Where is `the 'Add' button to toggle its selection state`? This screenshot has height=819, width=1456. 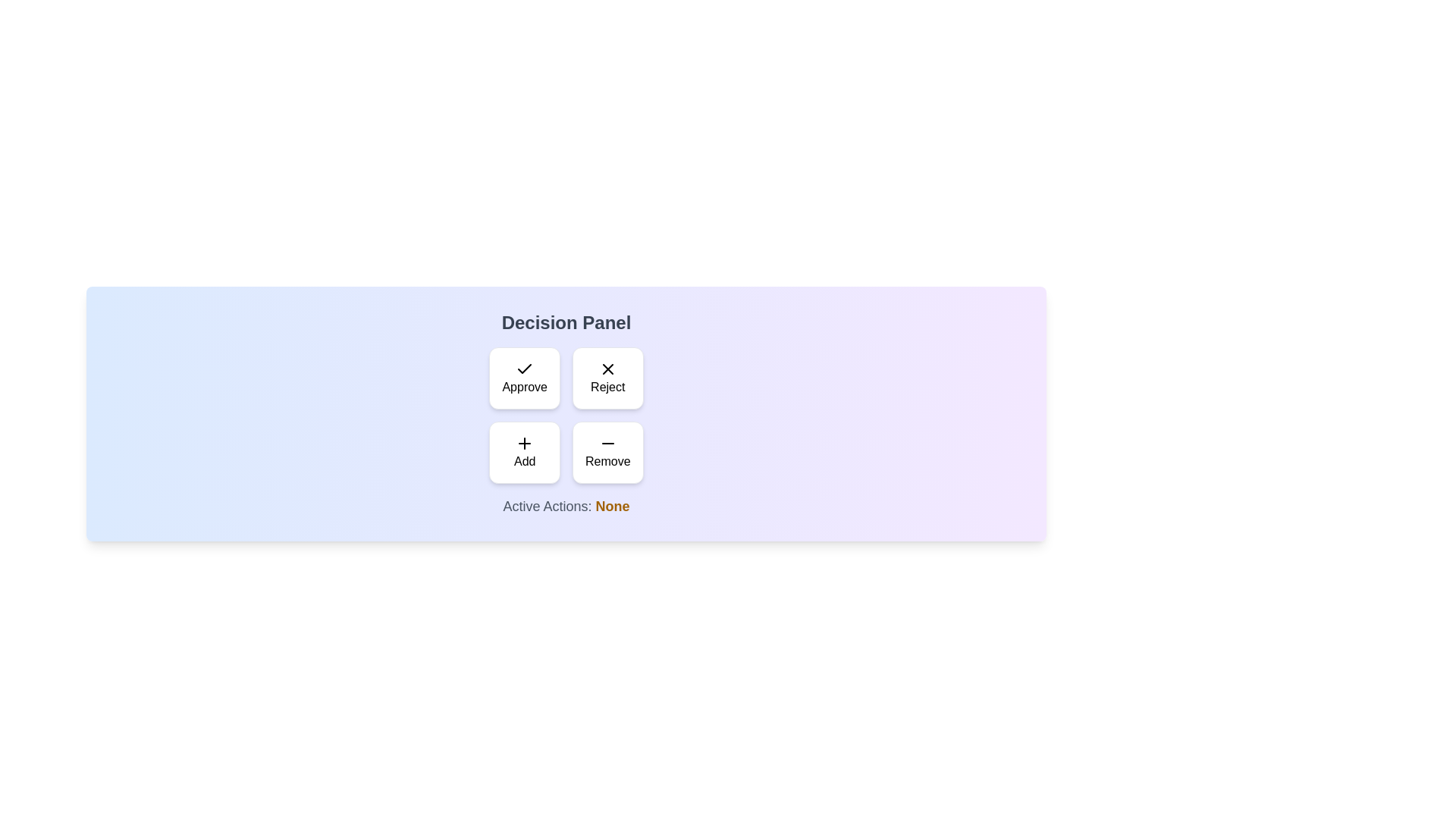
the 'Add' button to toggle its selection state is located at coordinates (524, 452).